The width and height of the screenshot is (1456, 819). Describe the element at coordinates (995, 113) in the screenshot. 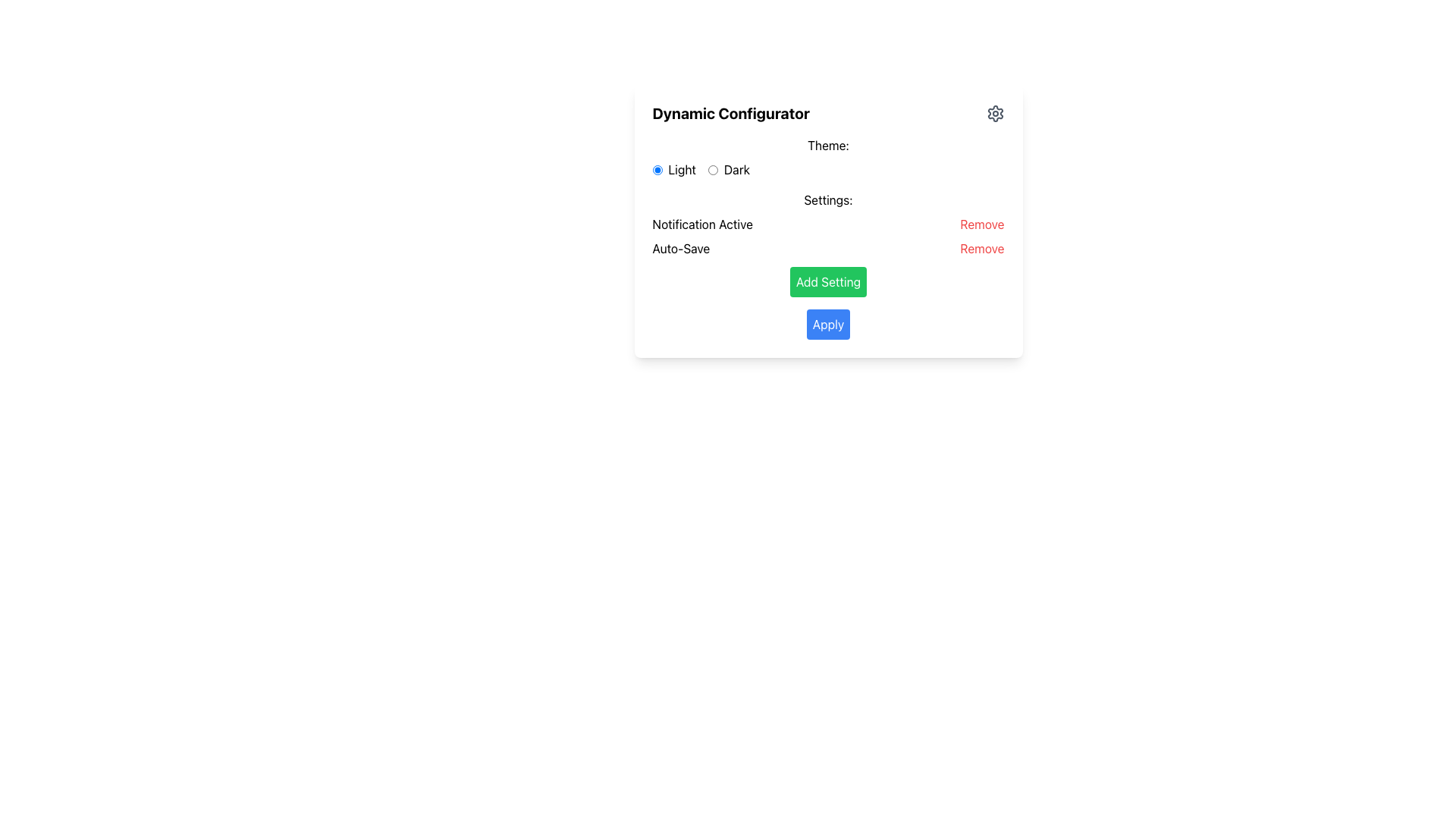

I see `the gear-shaped Settings icon located in the upper-right corner of the interface within the 'Dynamic Configurator' box` at that location.